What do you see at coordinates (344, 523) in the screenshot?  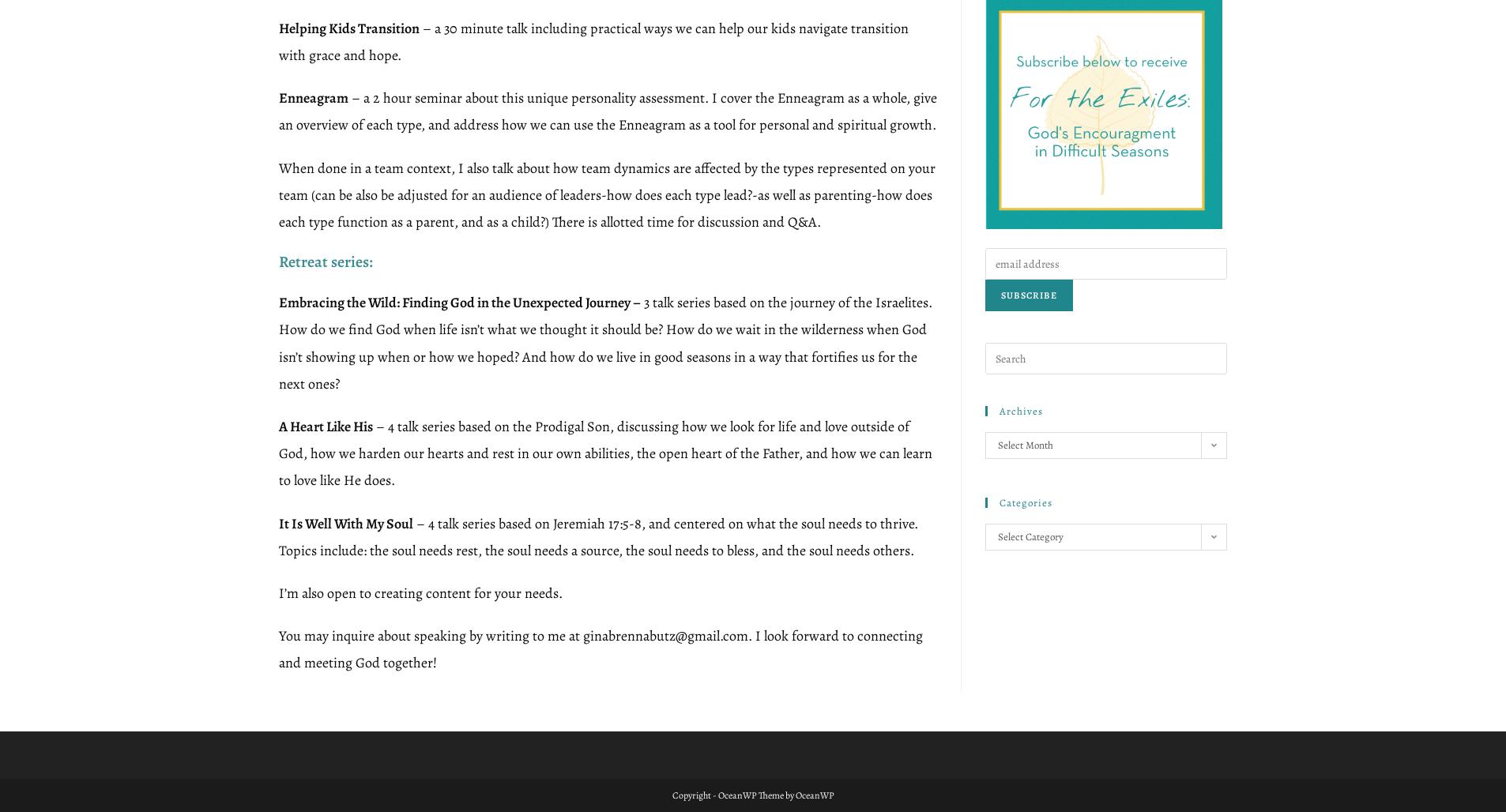 I see `'It Is Well With My Soul'` at bounding box center [344, 523].